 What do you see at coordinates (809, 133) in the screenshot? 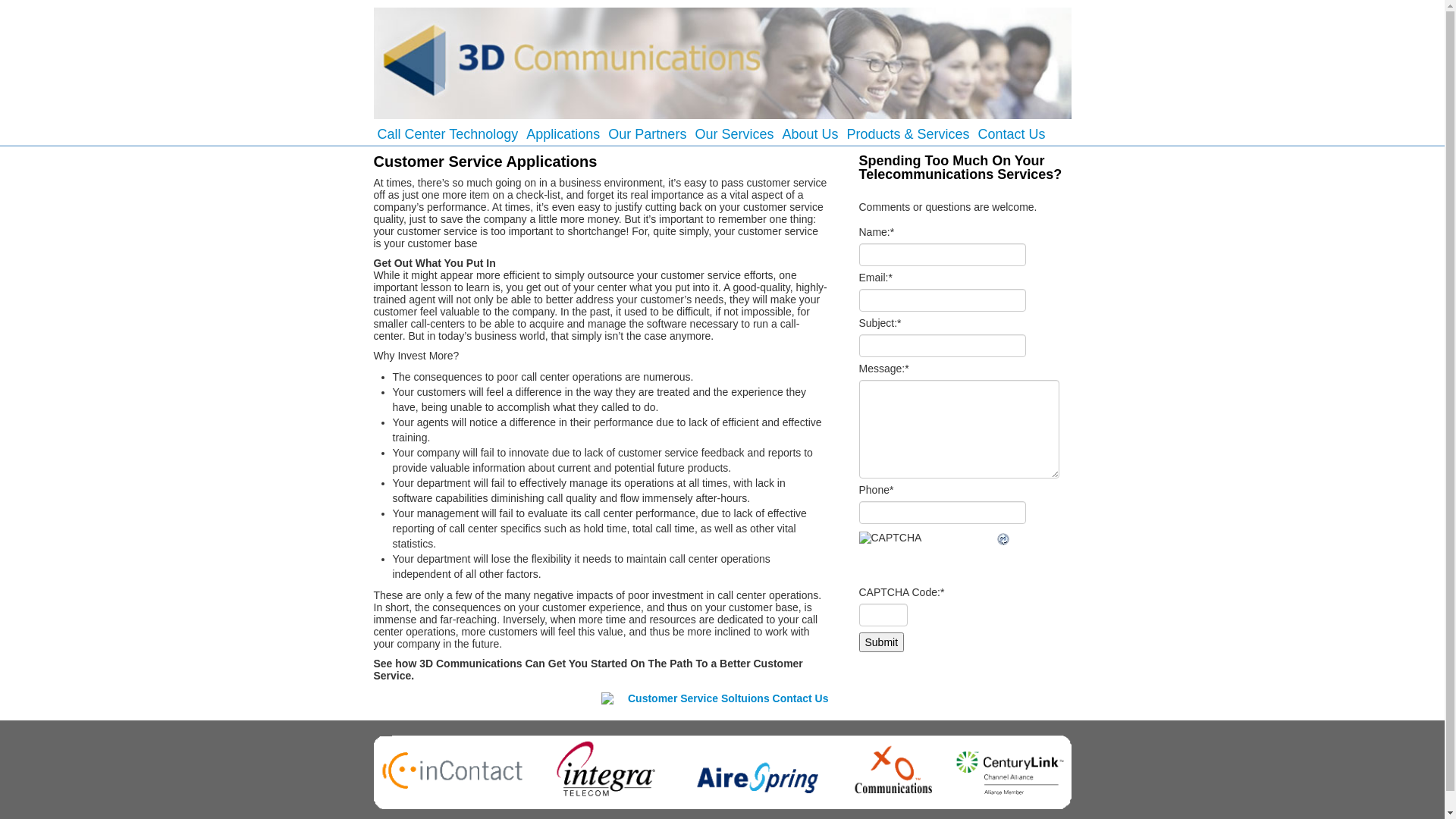
I see `'About Us'` at bounding box center [809, 133].